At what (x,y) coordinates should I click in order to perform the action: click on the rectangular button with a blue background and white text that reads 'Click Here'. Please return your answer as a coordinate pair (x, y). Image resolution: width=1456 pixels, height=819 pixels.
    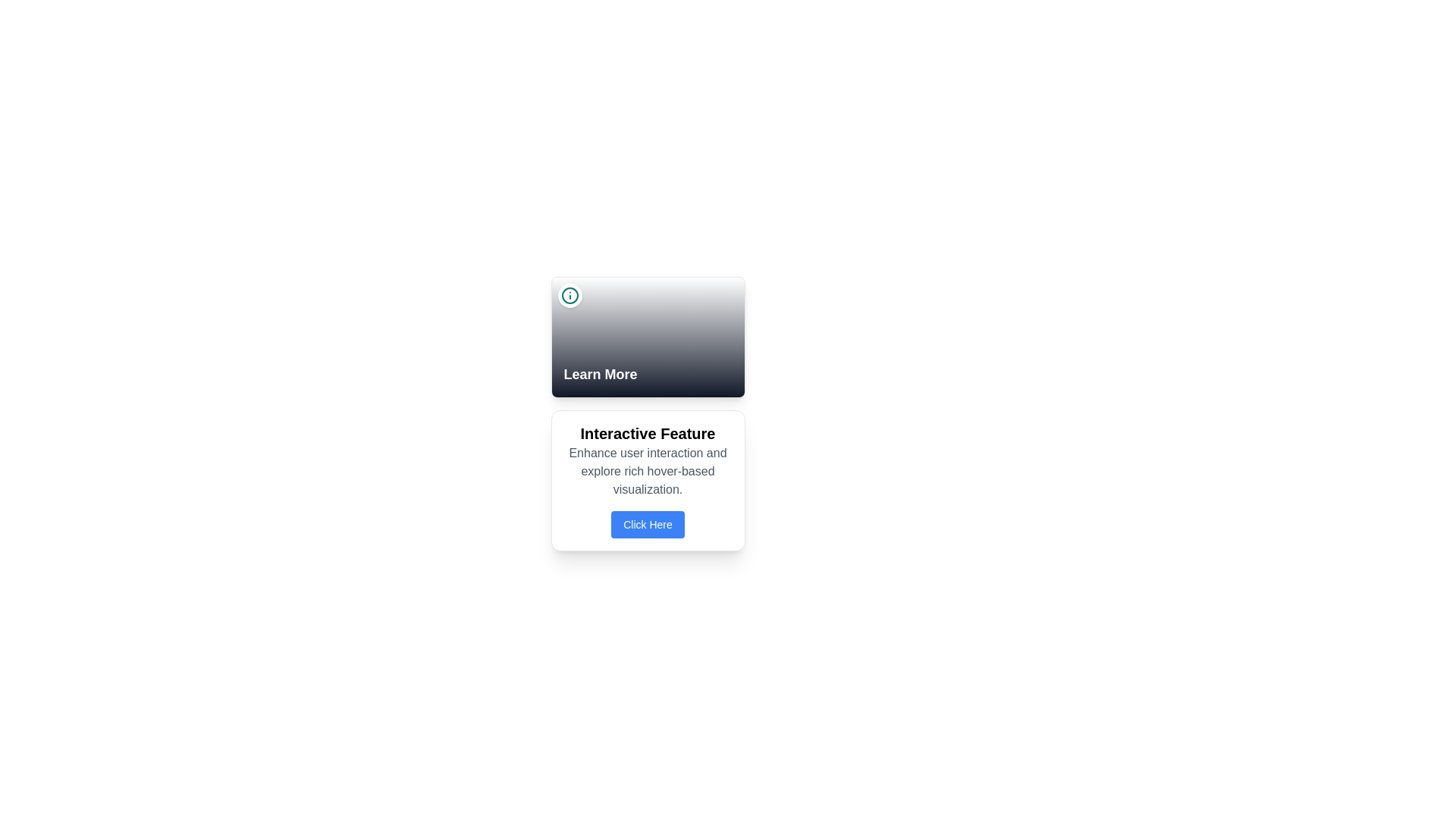
    Looking at the image, I should click on (648, 523).